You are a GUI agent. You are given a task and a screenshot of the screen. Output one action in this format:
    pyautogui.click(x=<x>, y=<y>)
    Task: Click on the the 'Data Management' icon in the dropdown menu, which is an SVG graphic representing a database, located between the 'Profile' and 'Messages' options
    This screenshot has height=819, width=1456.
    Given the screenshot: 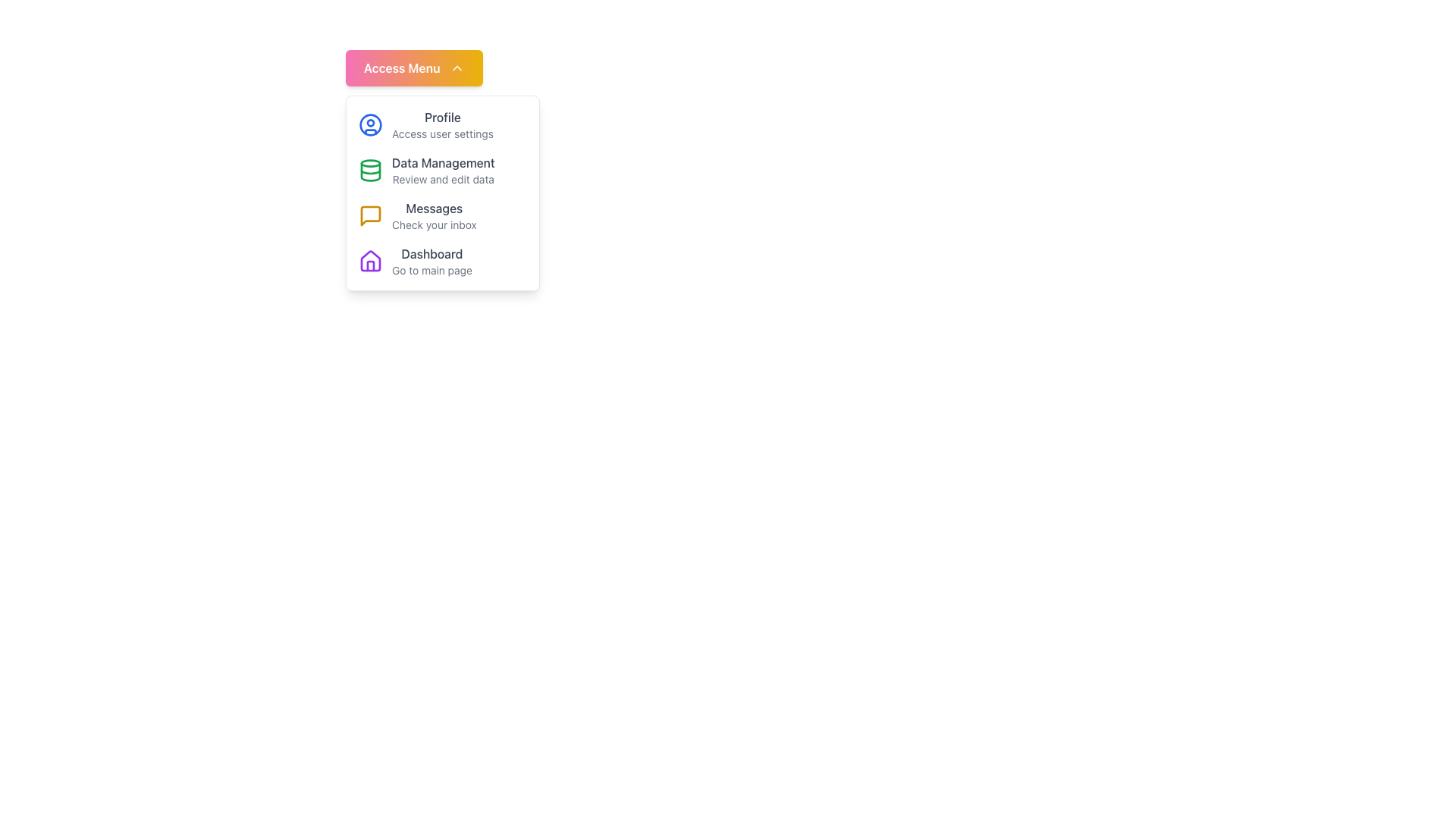 What is the action you would take?
    pyautogui.click(x=371, y=171)
    